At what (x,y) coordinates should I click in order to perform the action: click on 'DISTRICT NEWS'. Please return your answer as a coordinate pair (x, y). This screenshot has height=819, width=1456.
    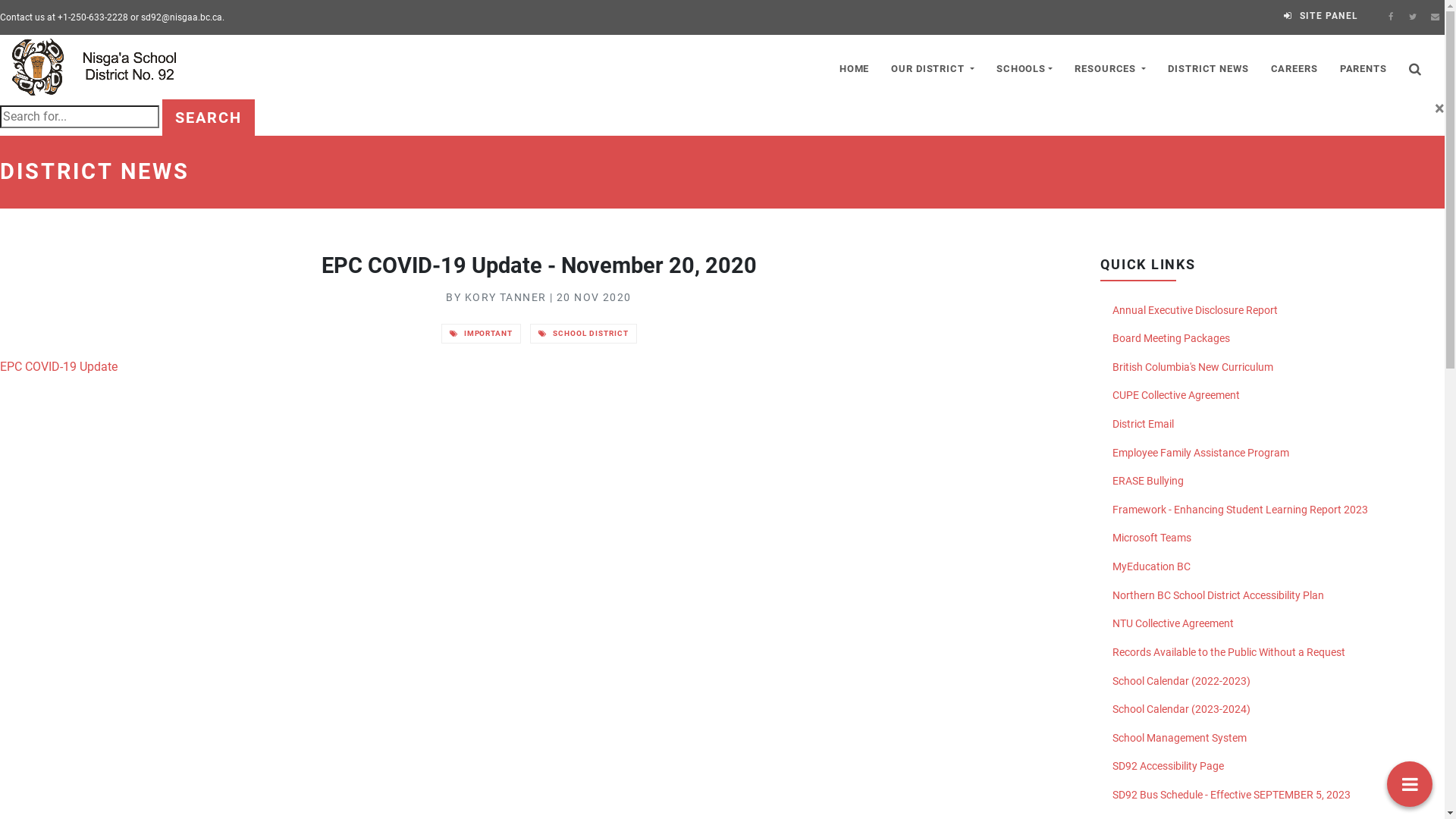
    Looking at the image, I should click on (1207, 66).